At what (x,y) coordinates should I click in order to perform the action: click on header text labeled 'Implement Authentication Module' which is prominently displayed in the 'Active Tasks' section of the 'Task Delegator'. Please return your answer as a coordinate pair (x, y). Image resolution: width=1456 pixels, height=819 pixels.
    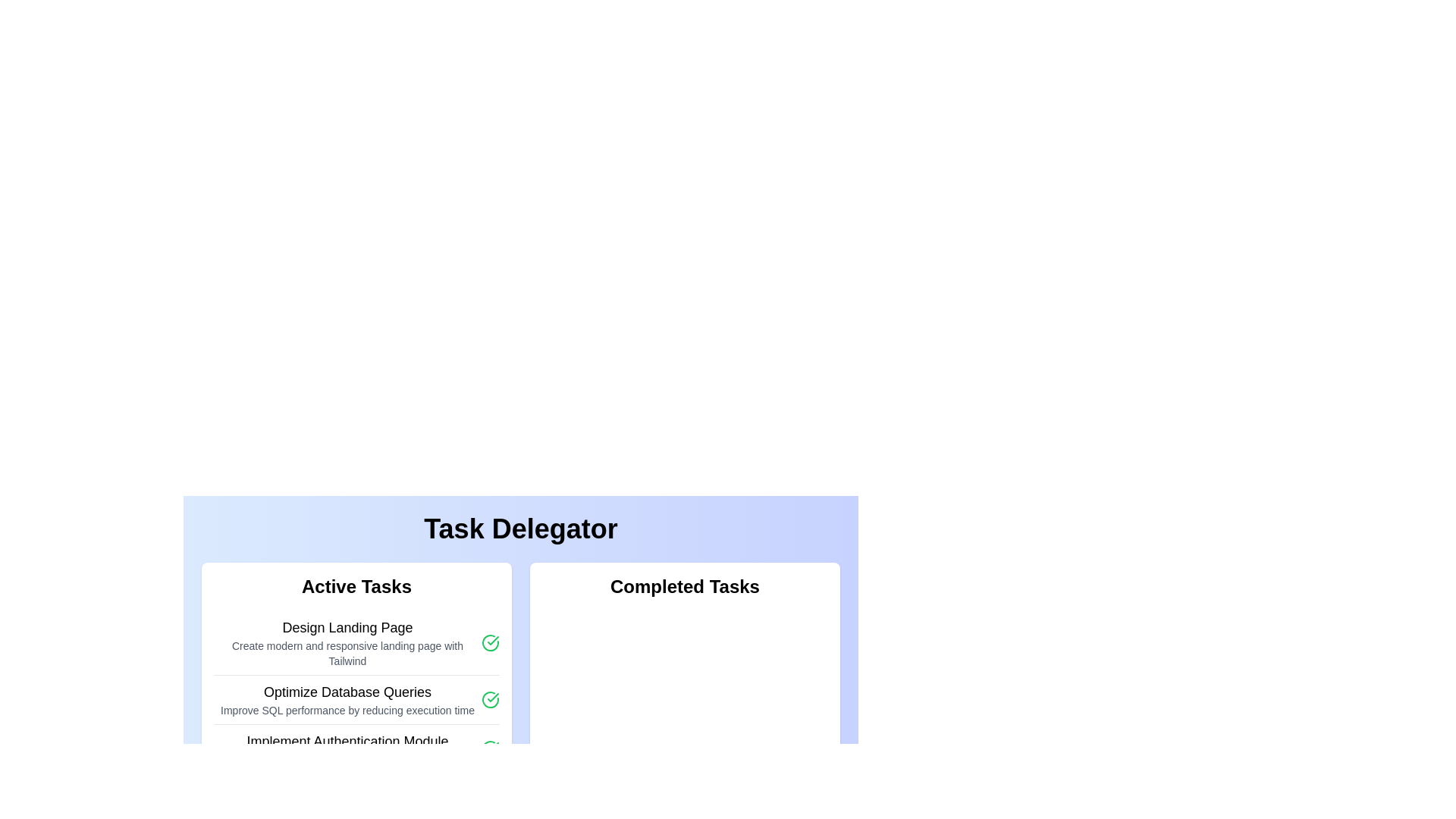
    Looking at the image, I should click on (347, 741).